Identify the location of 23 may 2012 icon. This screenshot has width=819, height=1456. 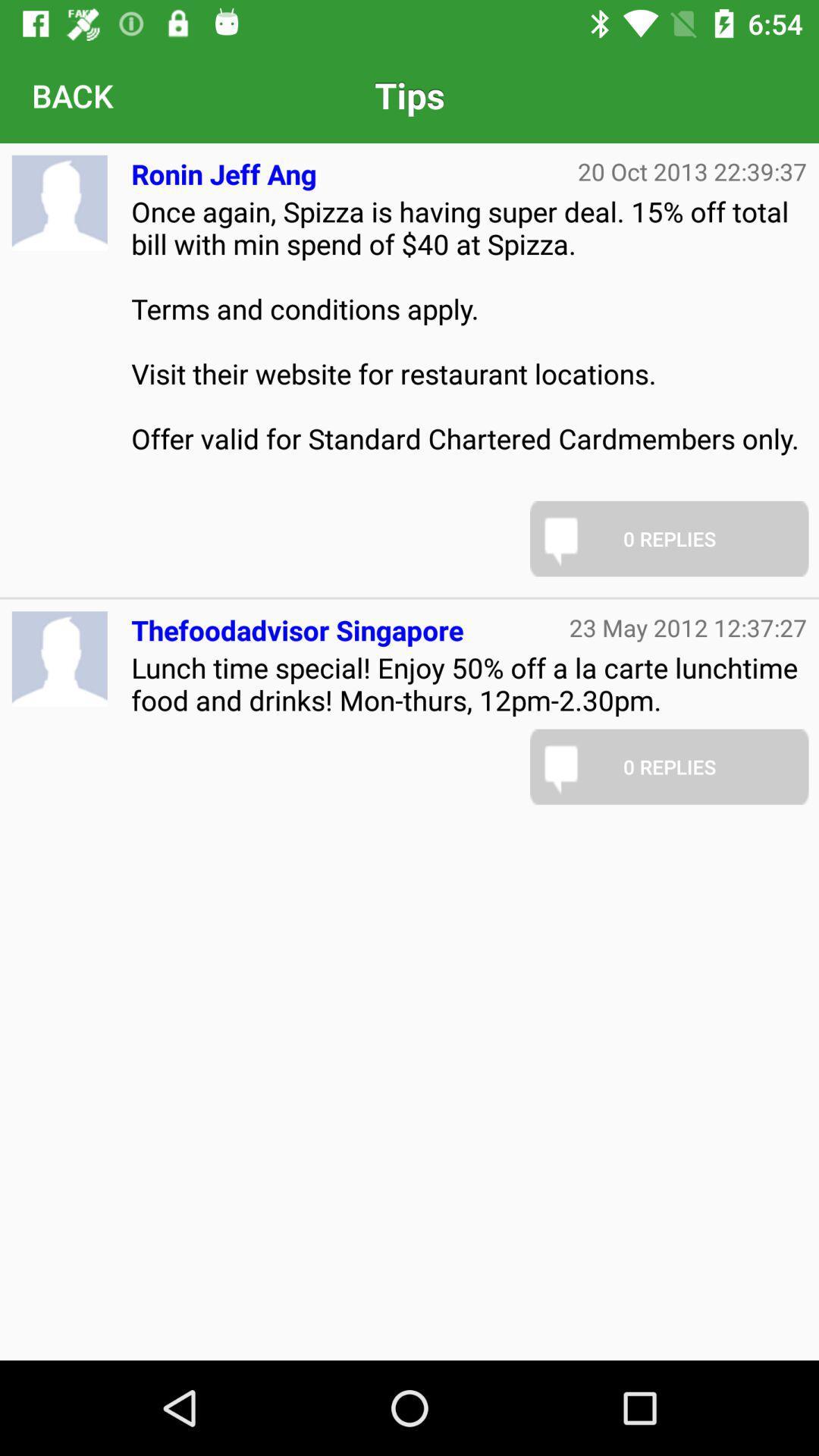
(688, 627).